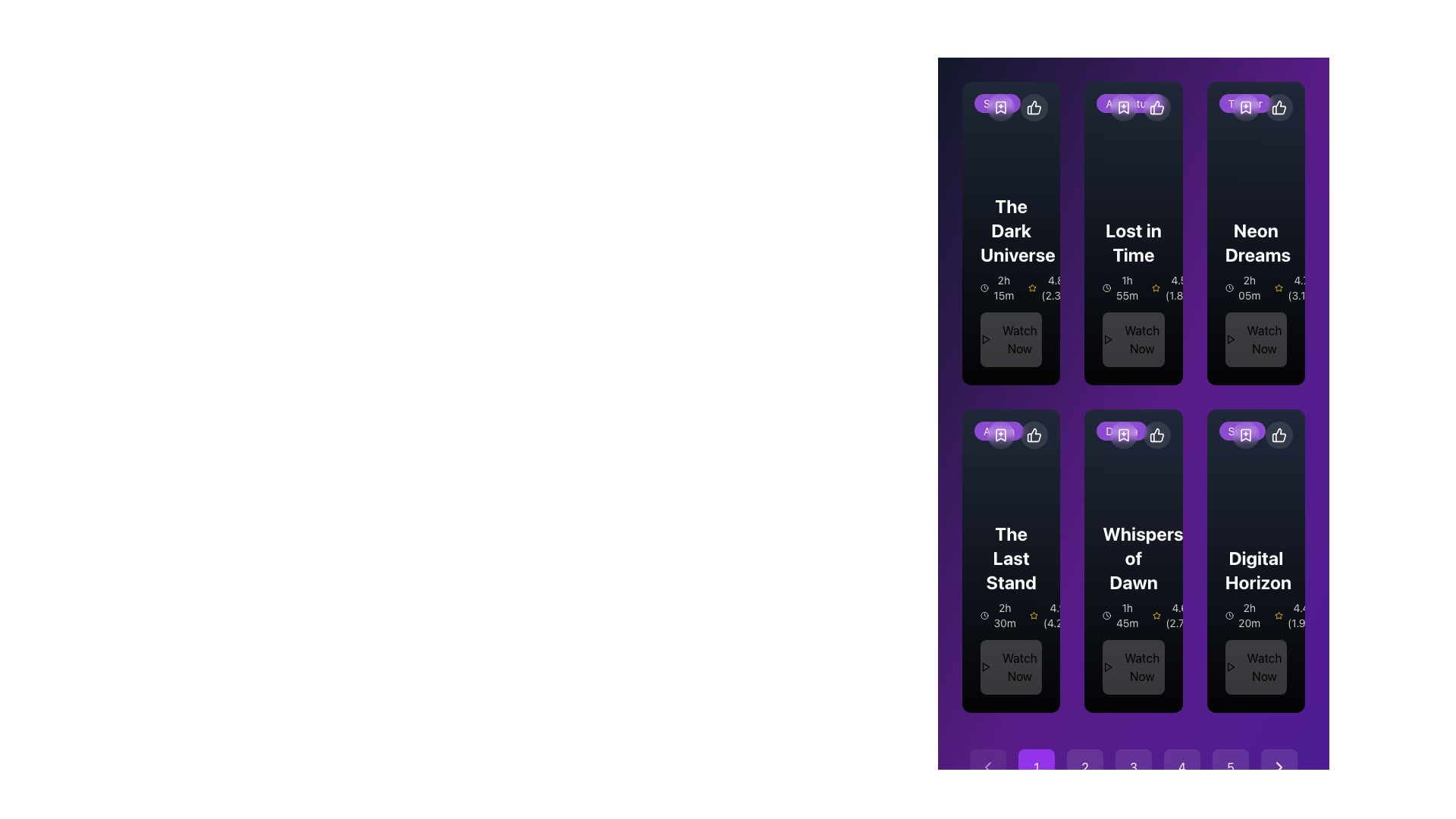  What do you see at coordinates (1245, 102) in the screenshot?
I see `the pill-shaped badge labeled 'Thriller' with a purple semi-transparent background located in the upper-right corner of the 'Neon Dreams' card` at bounding box center [1245, 102].